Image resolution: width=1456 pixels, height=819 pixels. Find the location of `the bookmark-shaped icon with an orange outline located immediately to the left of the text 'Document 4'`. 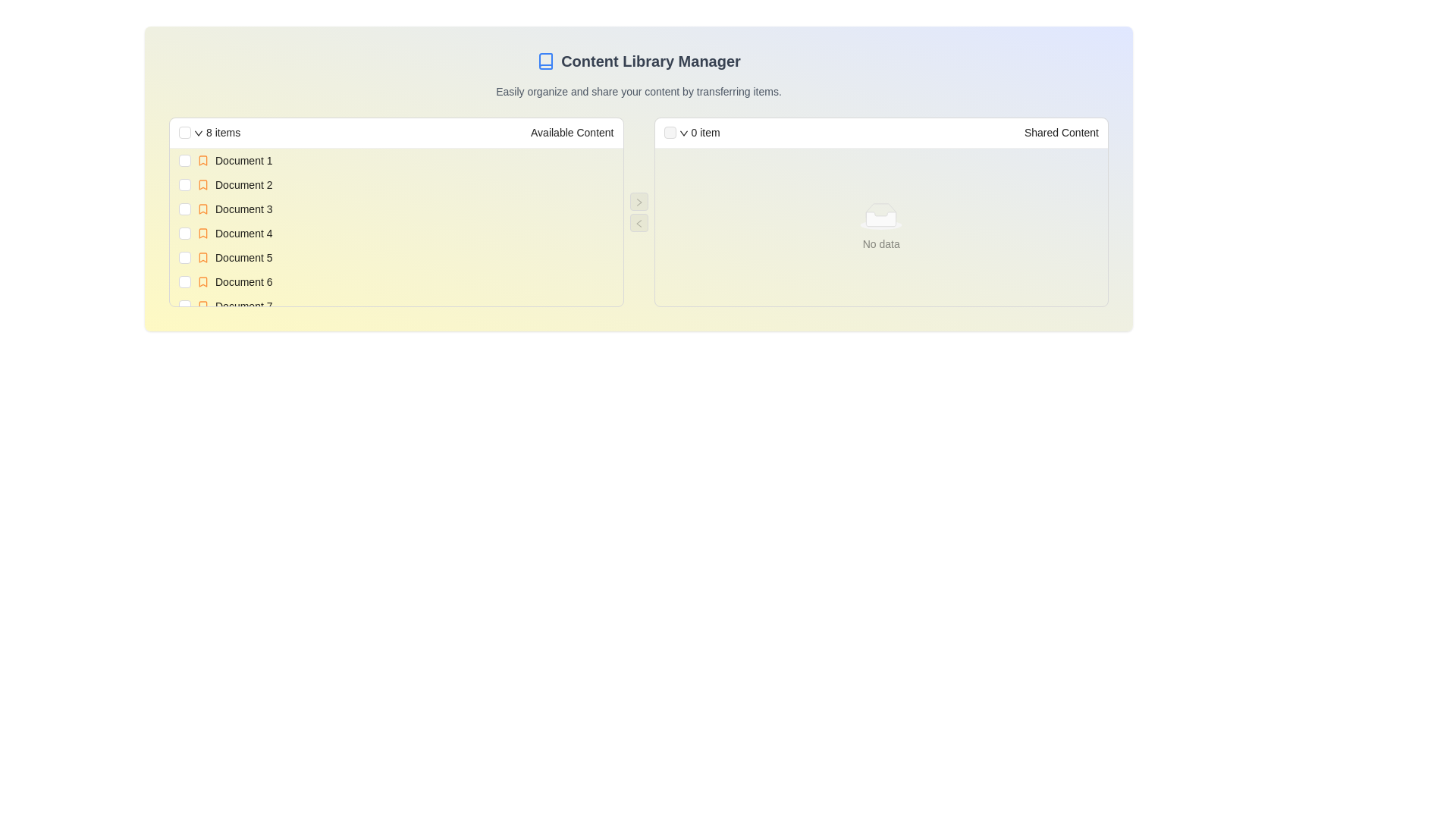

the bookmark-shaped icon with an orange outline located immediately to the left of the text 'Document 4' is located at coordinates (202, 234).